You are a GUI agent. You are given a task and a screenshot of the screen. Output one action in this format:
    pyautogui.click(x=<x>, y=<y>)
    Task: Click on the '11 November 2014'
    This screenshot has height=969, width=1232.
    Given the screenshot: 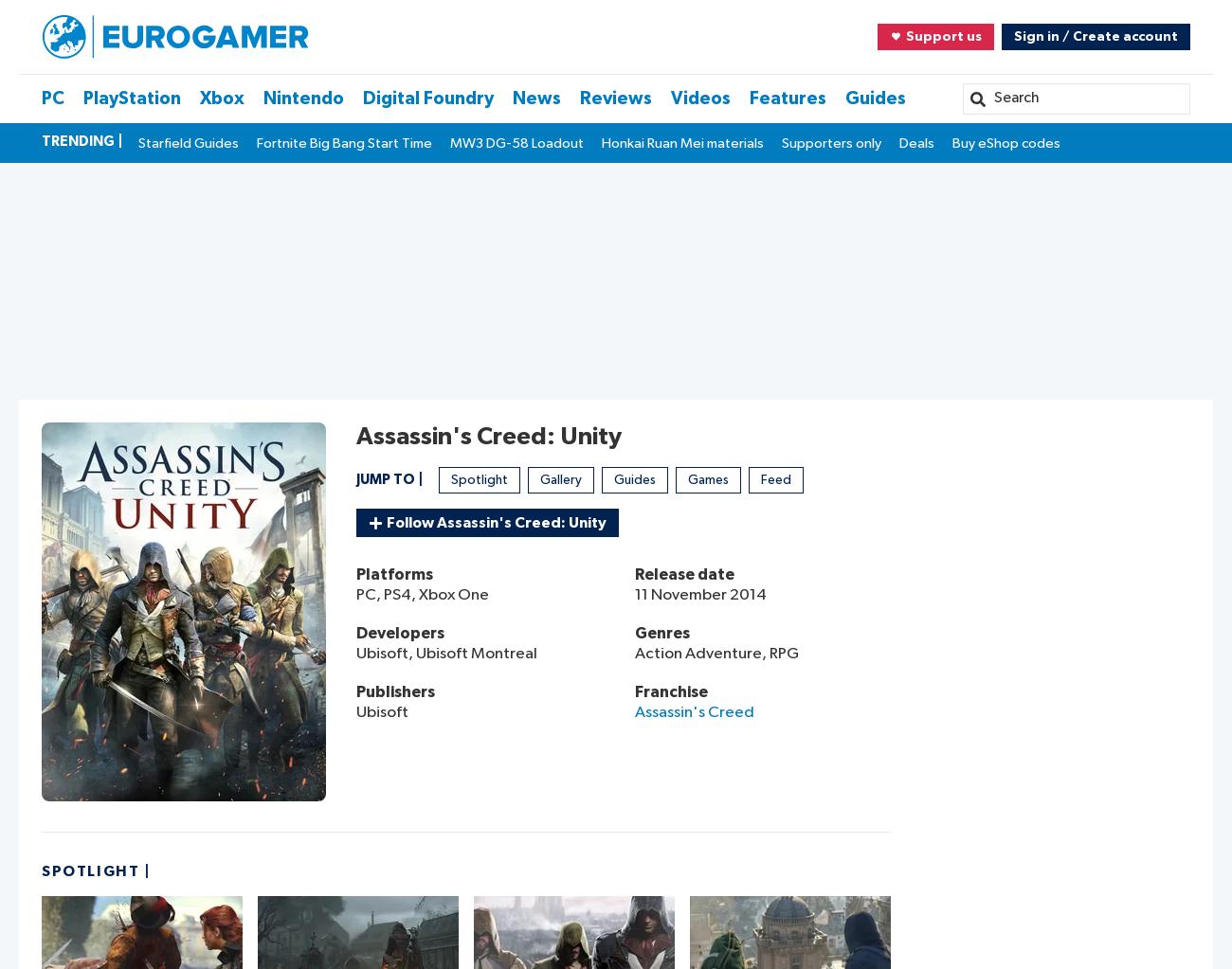 What is the action you would take?
    pyautogui.click(x=634, y=594)
    